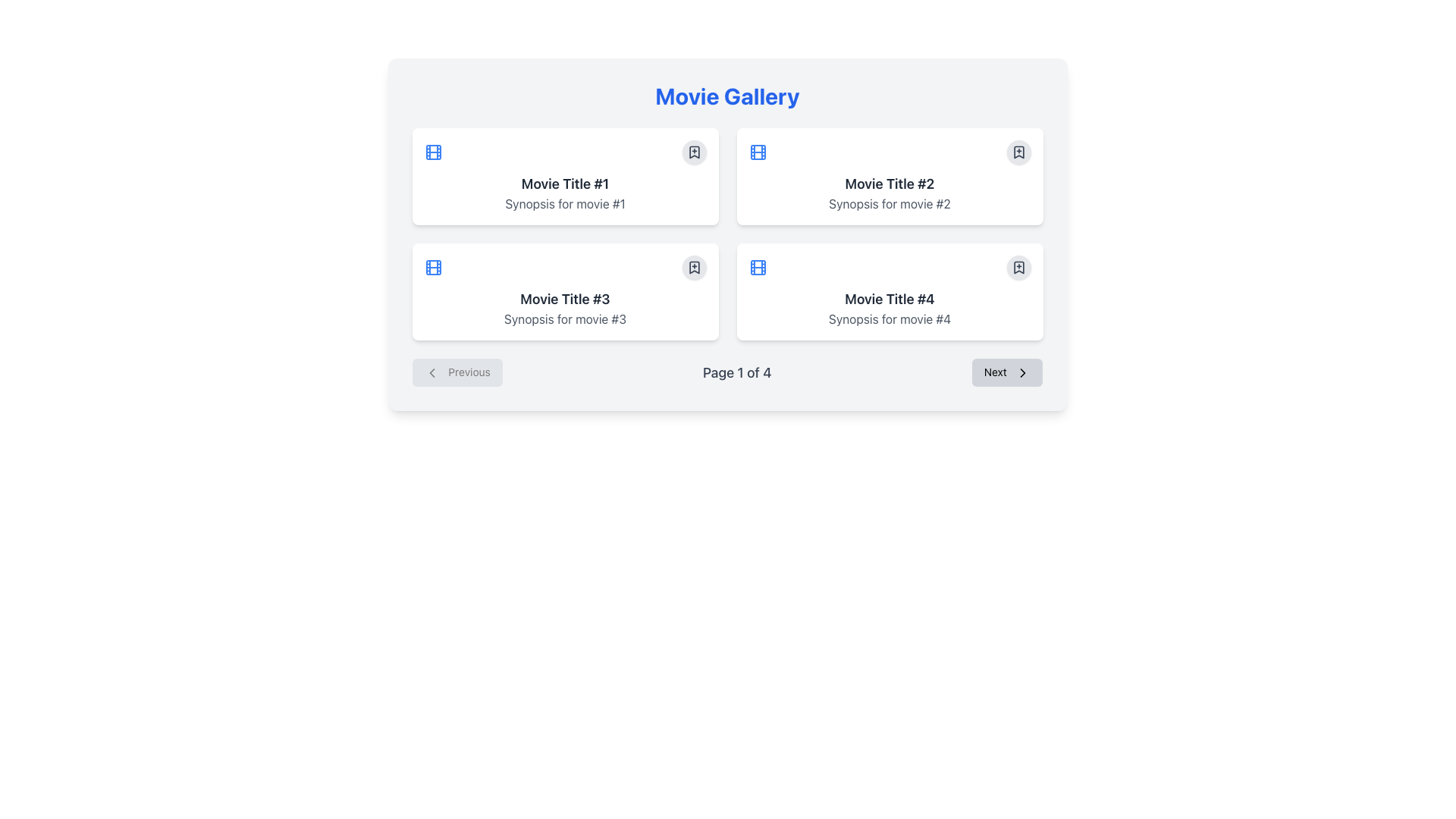 The width and height of the screenshot is (1456, 819). What do you see at coordinates (1018, 152) in the screenshot?
I see `the small, rounded gray button with a bookmark icon and a plus symbol located at the top-right corner of the card labeled 'Movie Title #2' to bookmark the item` at bounding box center [1018, 152].